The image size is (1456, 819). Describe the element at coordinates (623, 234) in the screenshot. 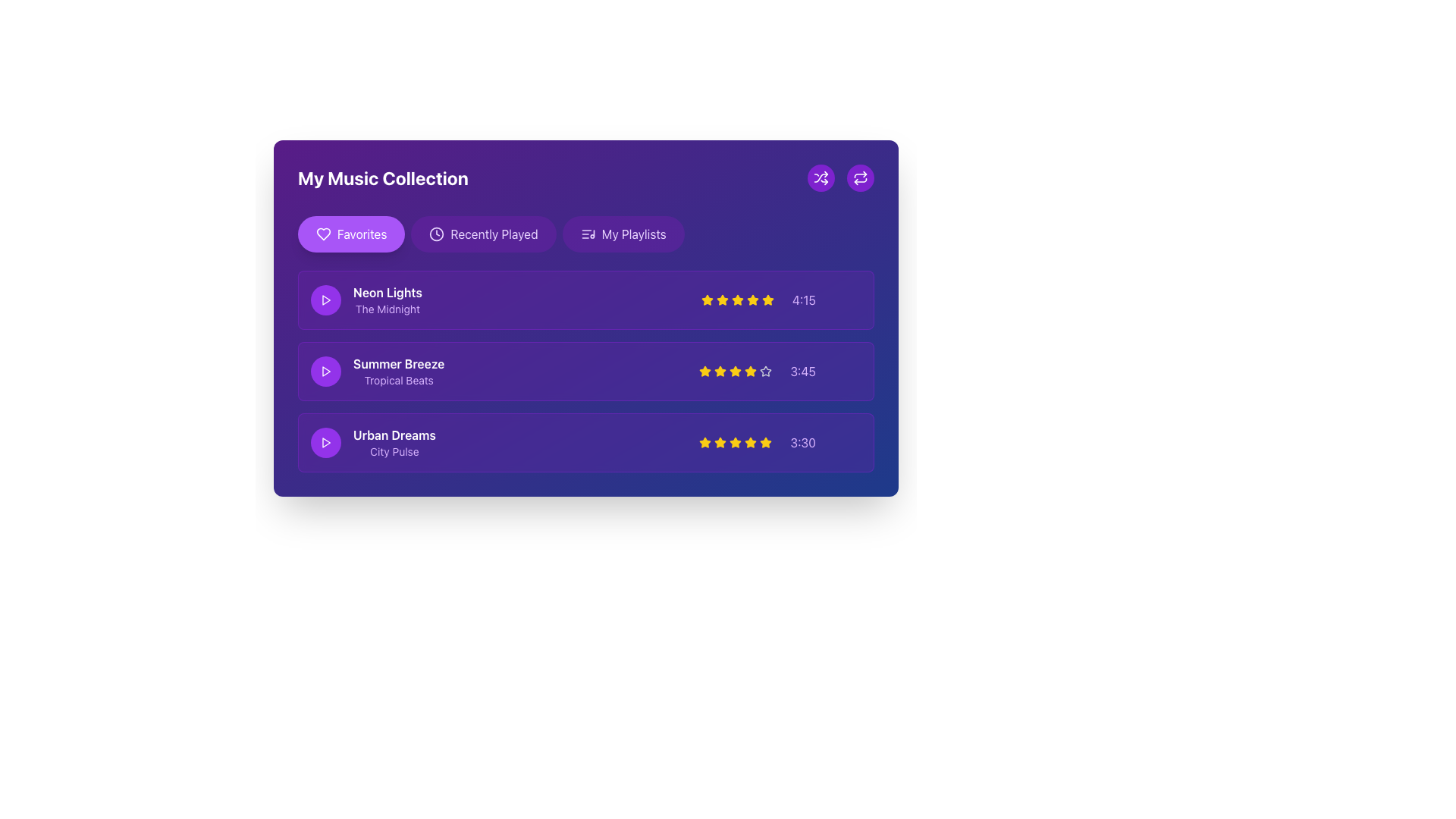

I see `the 'My Playlists' button, which has a purple rounded background and light purple text` at that location.